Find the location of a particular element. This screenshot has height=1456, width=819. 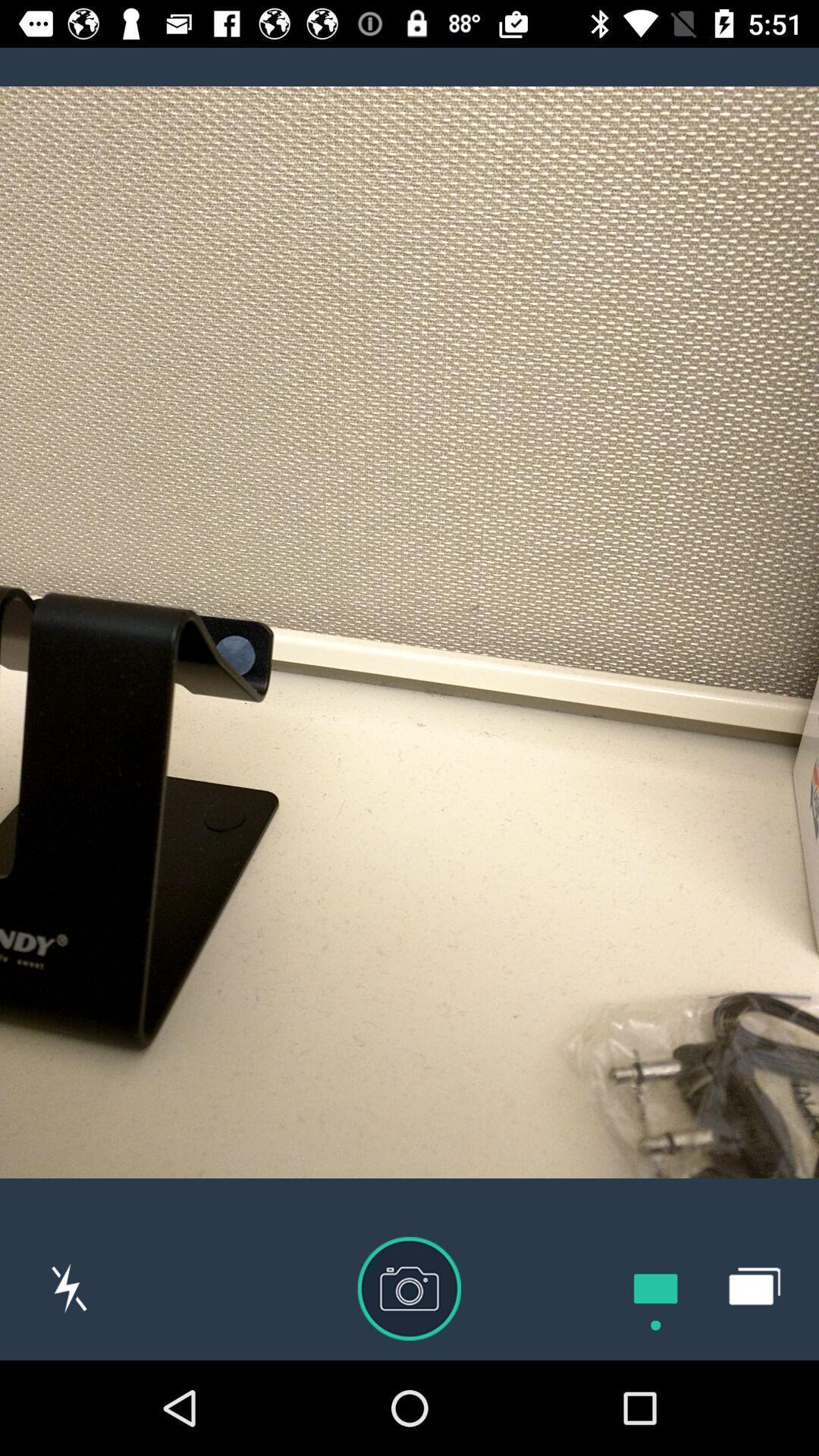

item at the bottom left corner is located at coordinates (69, 1288).